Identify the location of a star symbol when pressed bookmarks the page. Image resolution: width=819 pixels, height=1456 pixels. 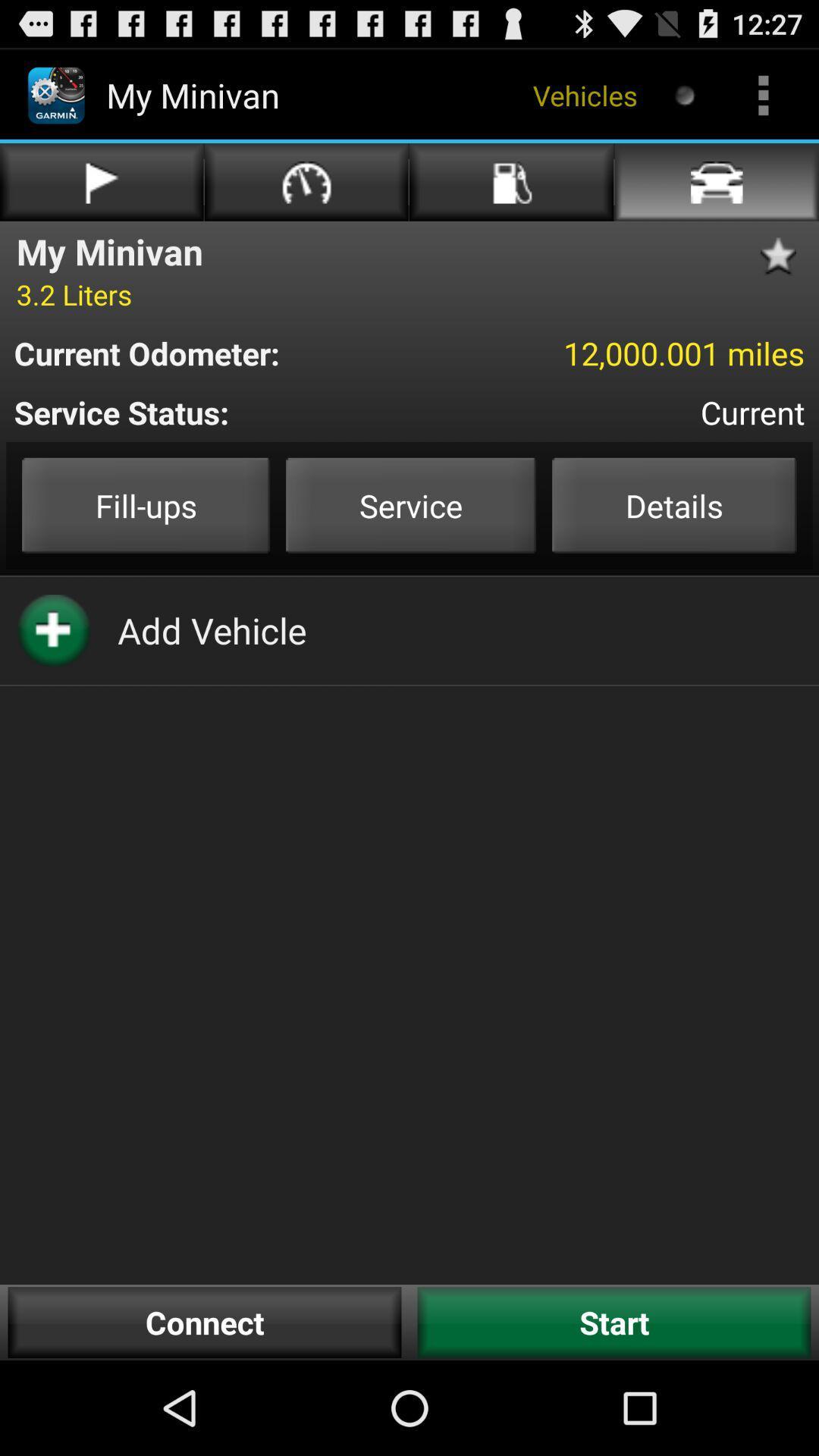
(783, 256).